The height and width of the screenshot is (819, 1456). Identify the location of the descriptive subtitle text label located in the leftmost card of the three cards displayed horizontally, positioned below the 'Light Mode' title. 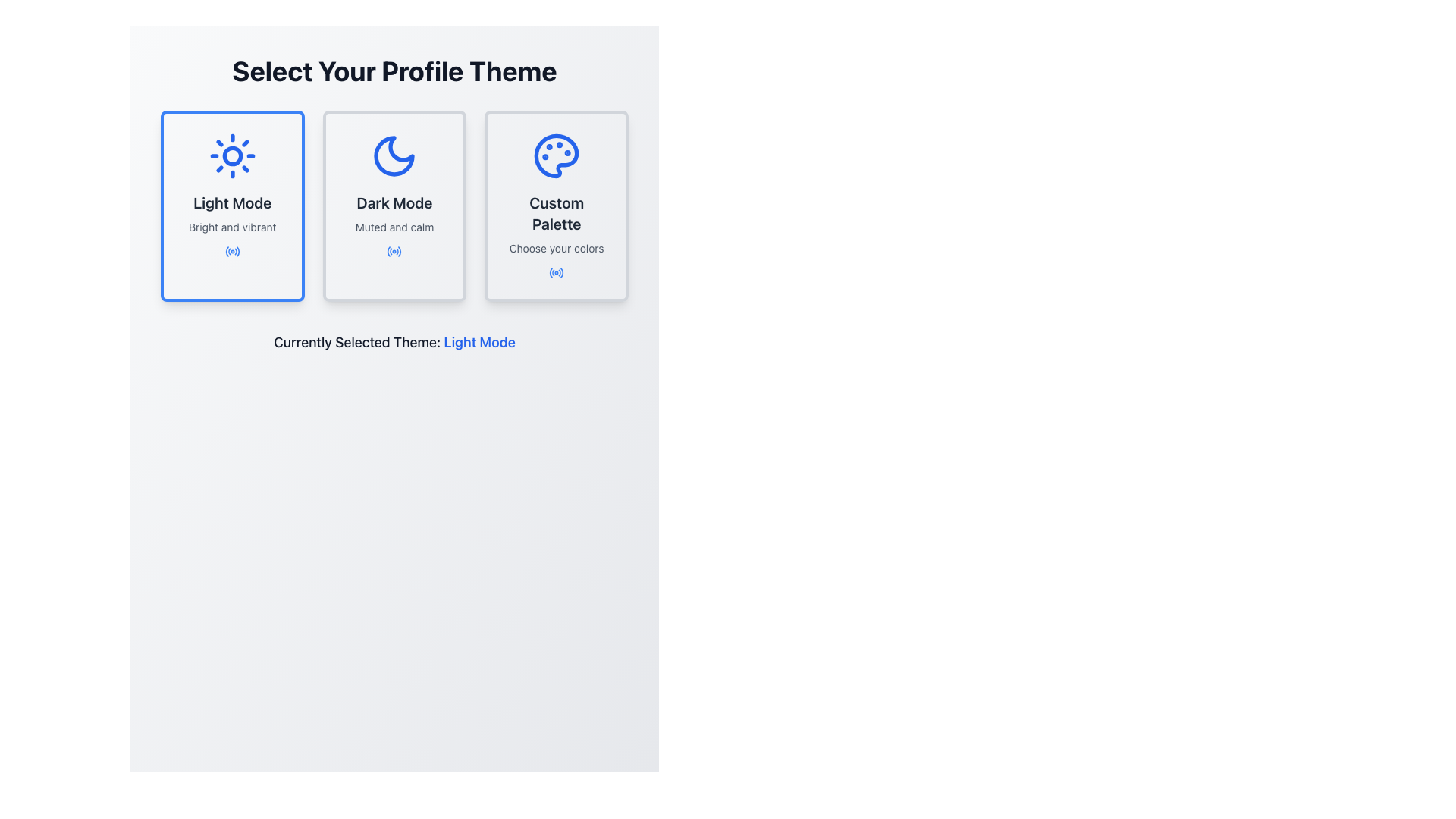
(231, 227).